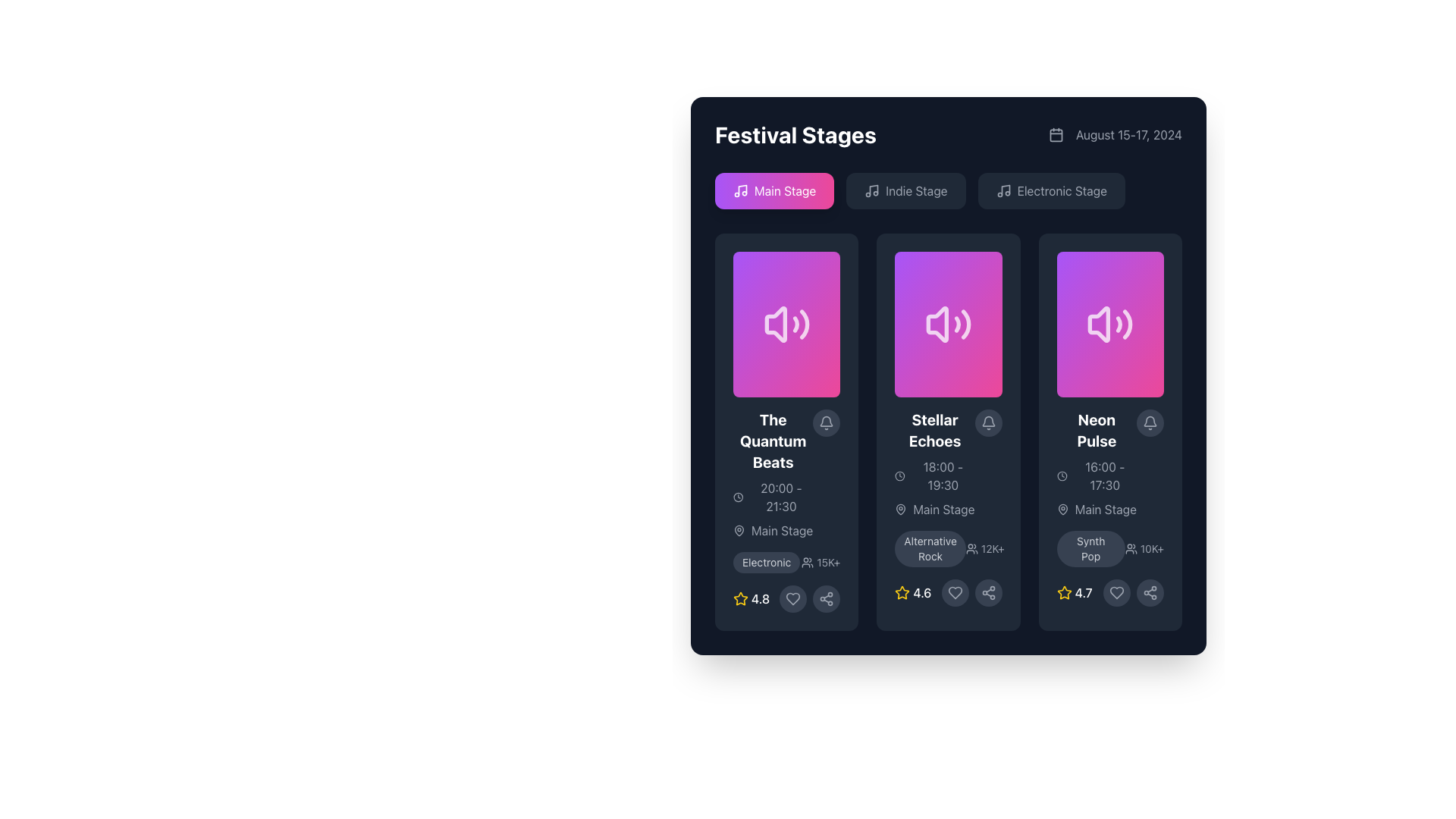  What do you see at coordinates (826, 598) in the screenshot?
I see `the circular share button with a dark gray background located at the lower-right side of the card for 'The Quantum Beats' to initiate sharing` at bounding box center [826, 598].